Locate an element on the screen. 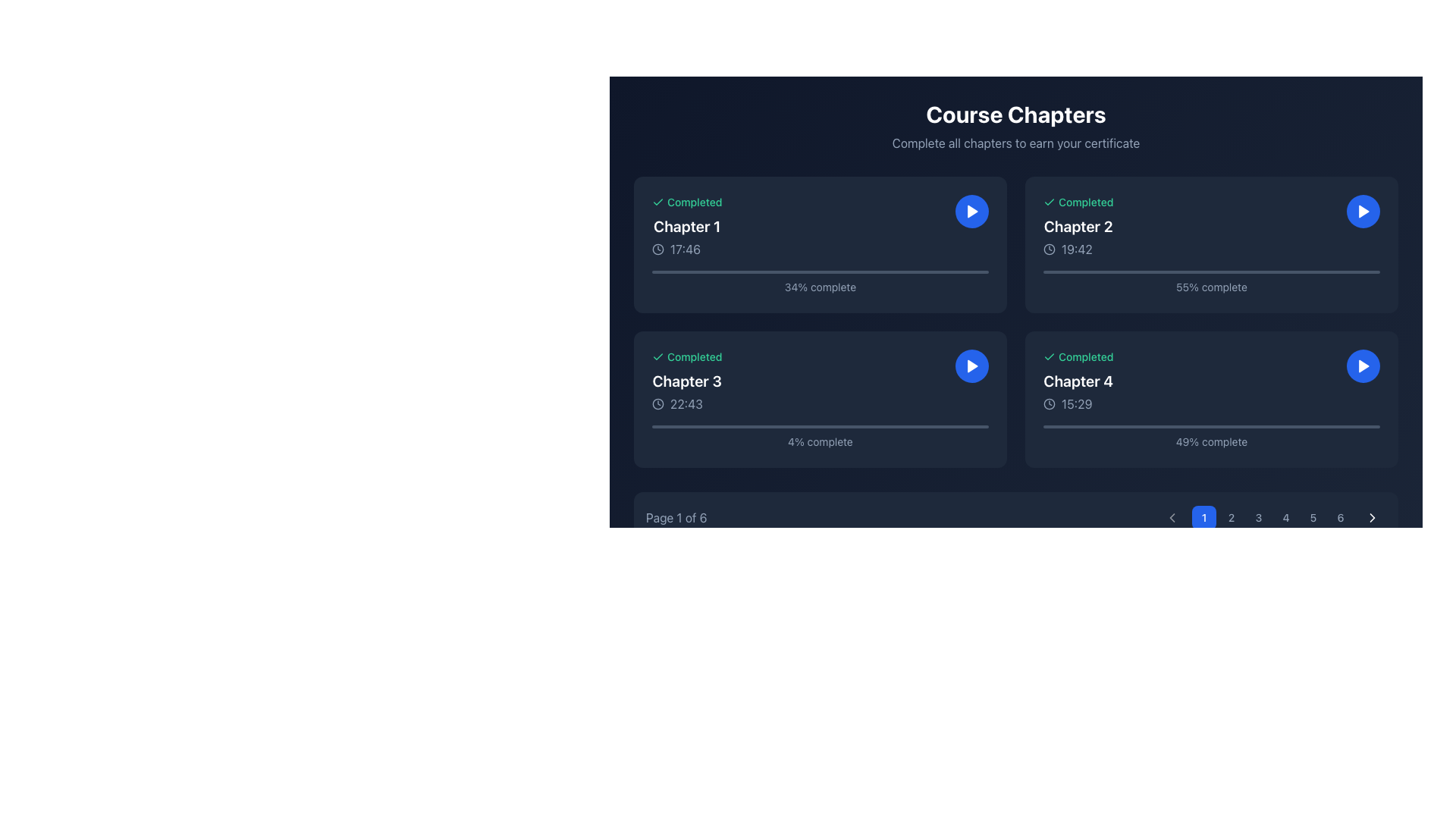 The image size is (1456, 819). the progress bar located below the completion percentage text ('34% complete') in the card displaying 'Chapter 1' is located at coordinates (819, 271).